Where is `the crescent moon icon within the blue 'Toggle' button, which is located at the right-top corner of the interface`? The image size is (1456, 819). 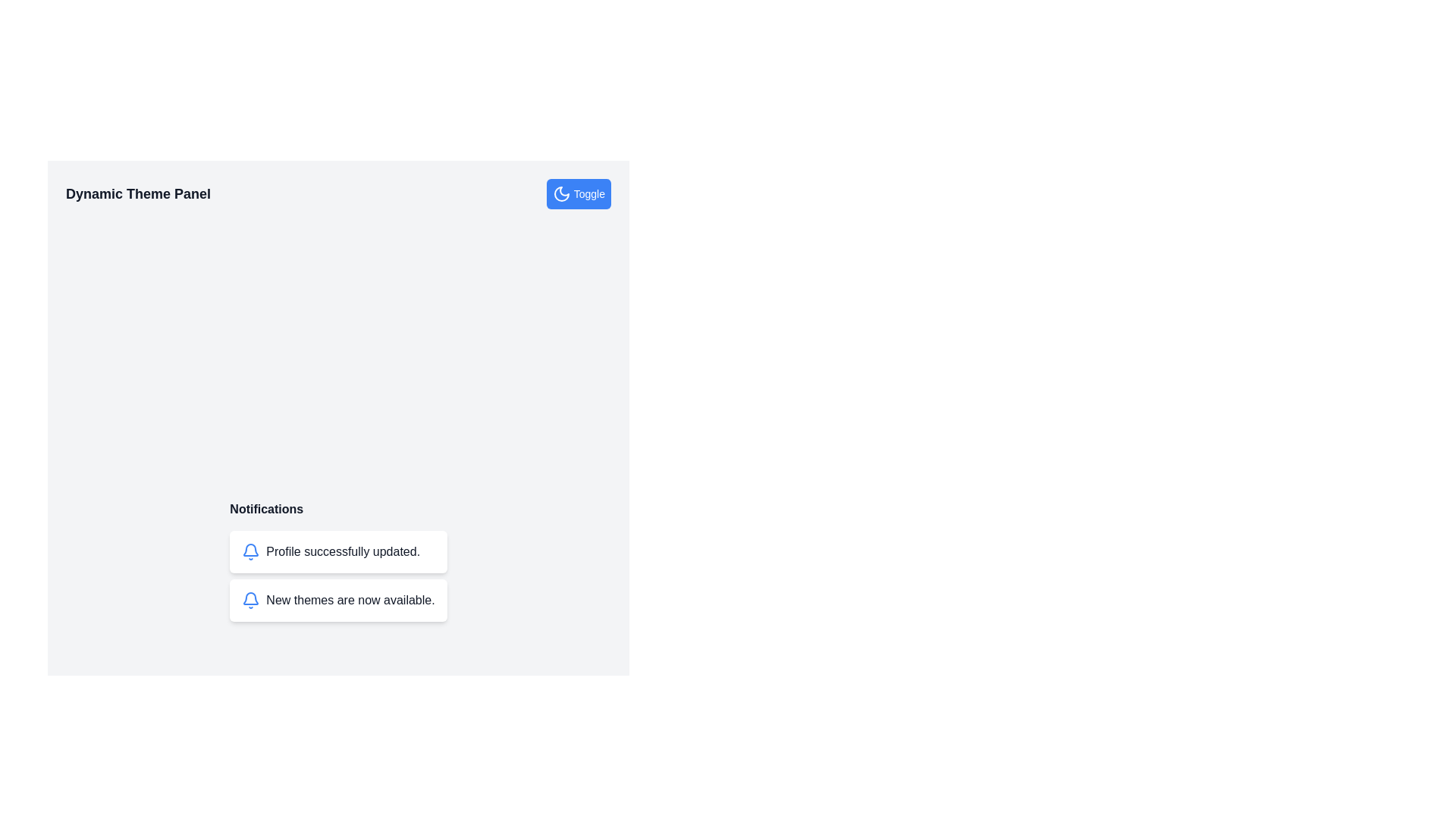
the crescent moon icon within the blue 'Toggle' button, which is located at the right-top corner of the interface is located at coordinates (560, 193).